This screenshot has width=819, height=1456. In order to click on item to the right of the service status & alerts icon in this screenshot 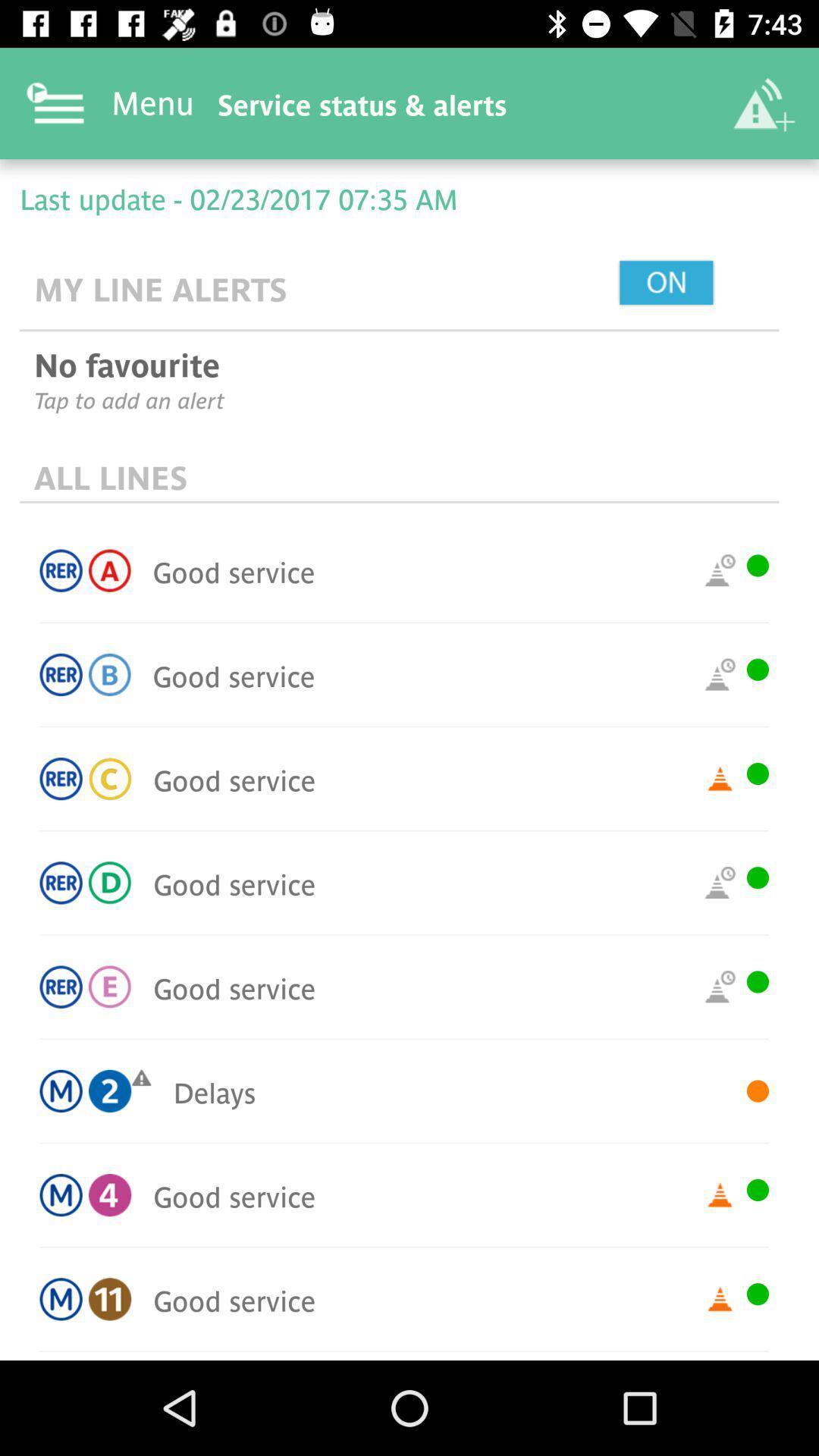, I will do `click(763, 102)`.